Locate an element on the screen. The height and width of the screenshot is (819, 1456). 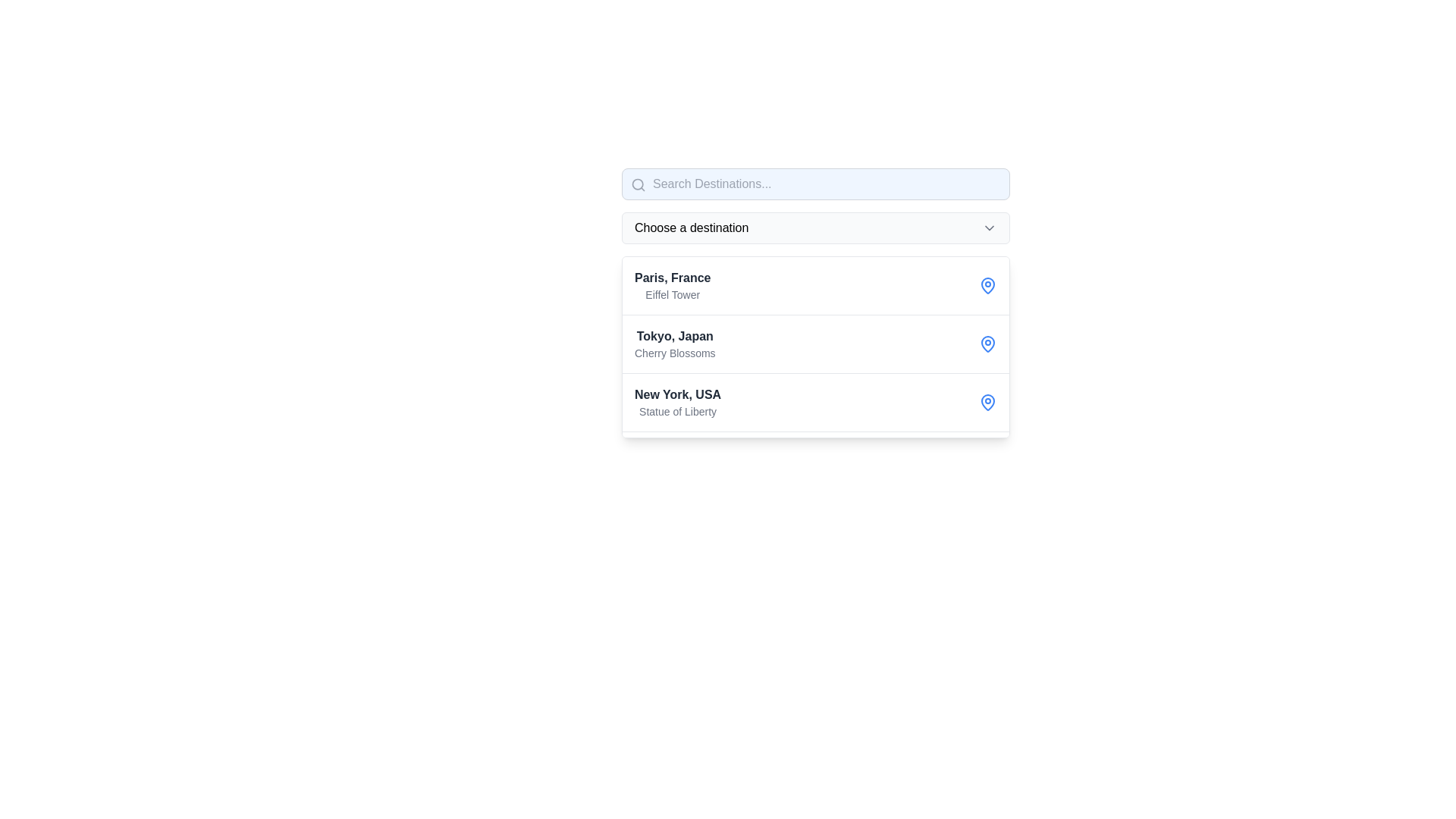
the magnifying glass SVG icon, which symbolizes the search functionality, located at the top-left corner of the input field for 'Search Destinations...' is located at coordinates (638, 184).